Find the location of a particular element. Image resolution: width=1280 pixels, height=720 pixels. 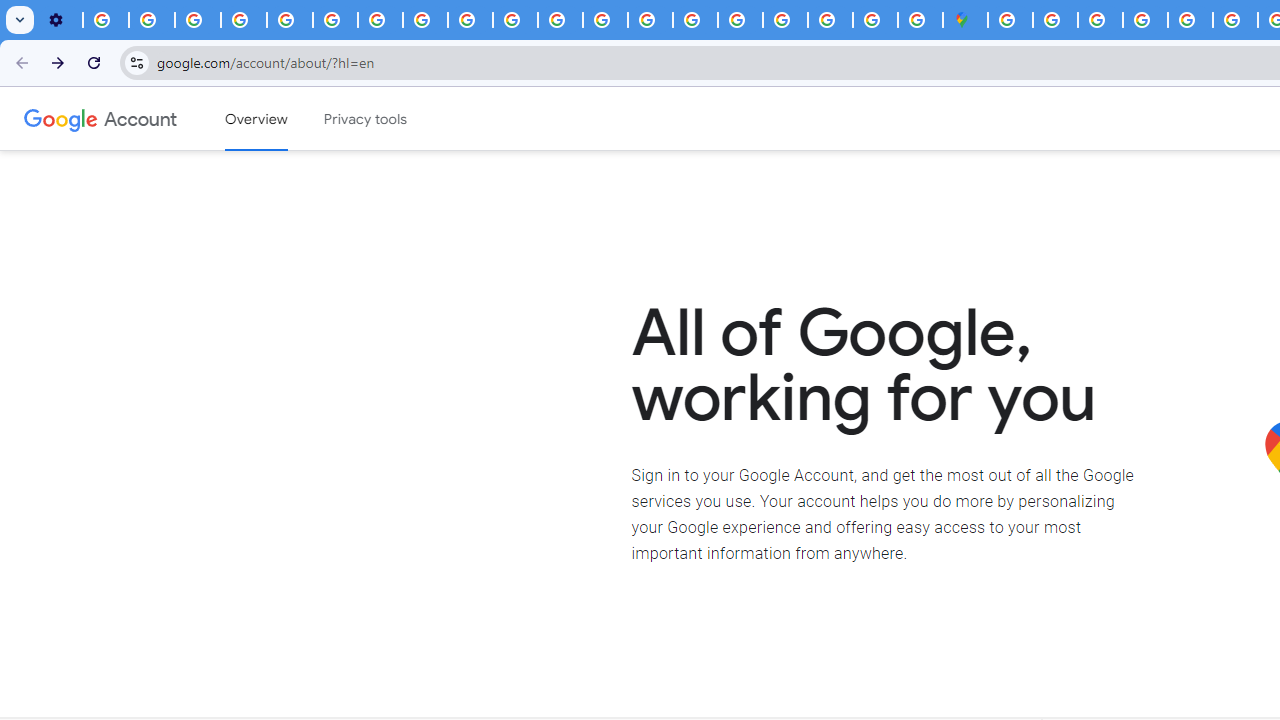

'Privacy Checkup' is located at coordinates (469, 20).